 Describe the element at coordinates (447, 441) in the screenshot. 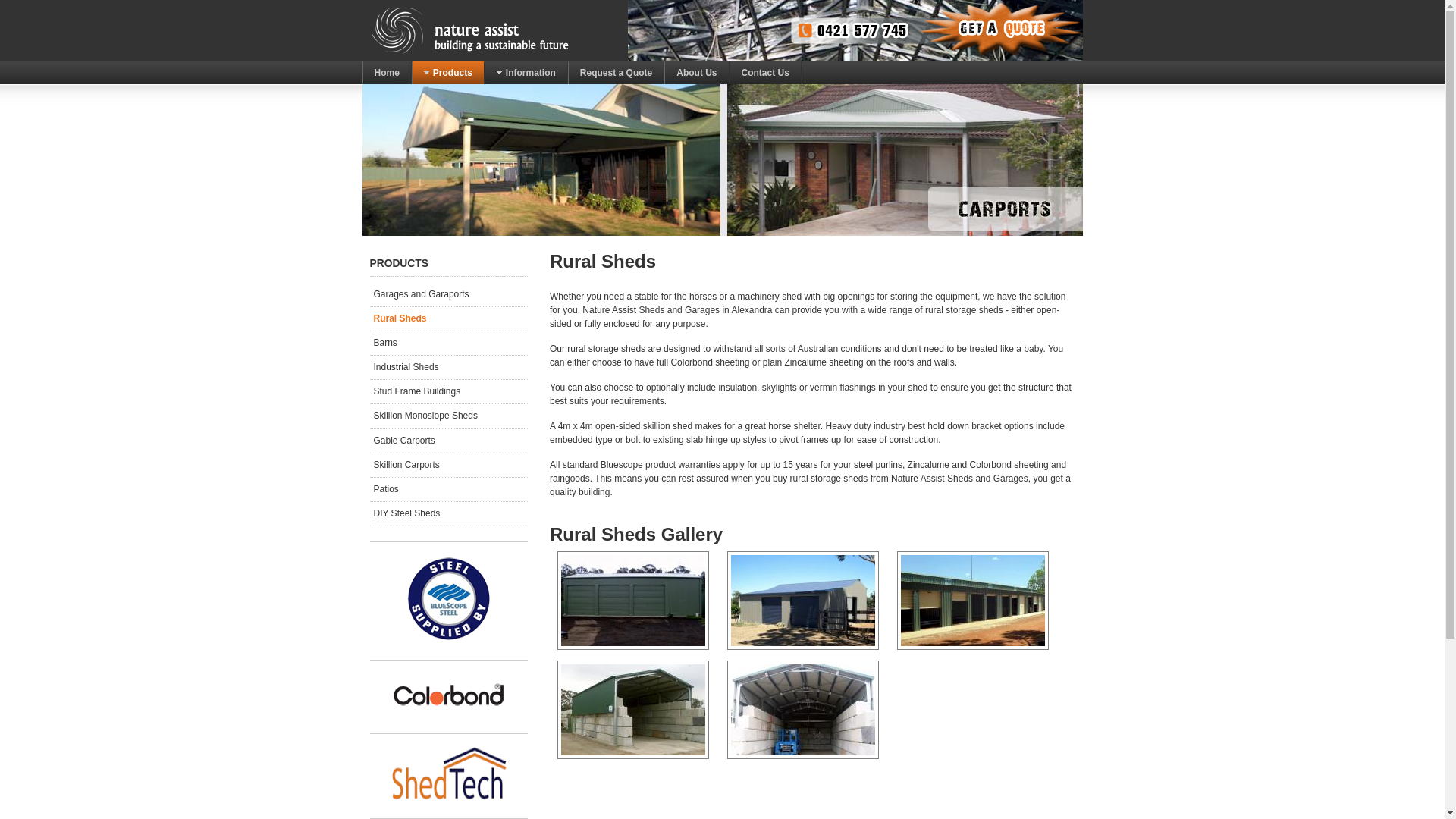

I see `'Gable Carports'` at that location.